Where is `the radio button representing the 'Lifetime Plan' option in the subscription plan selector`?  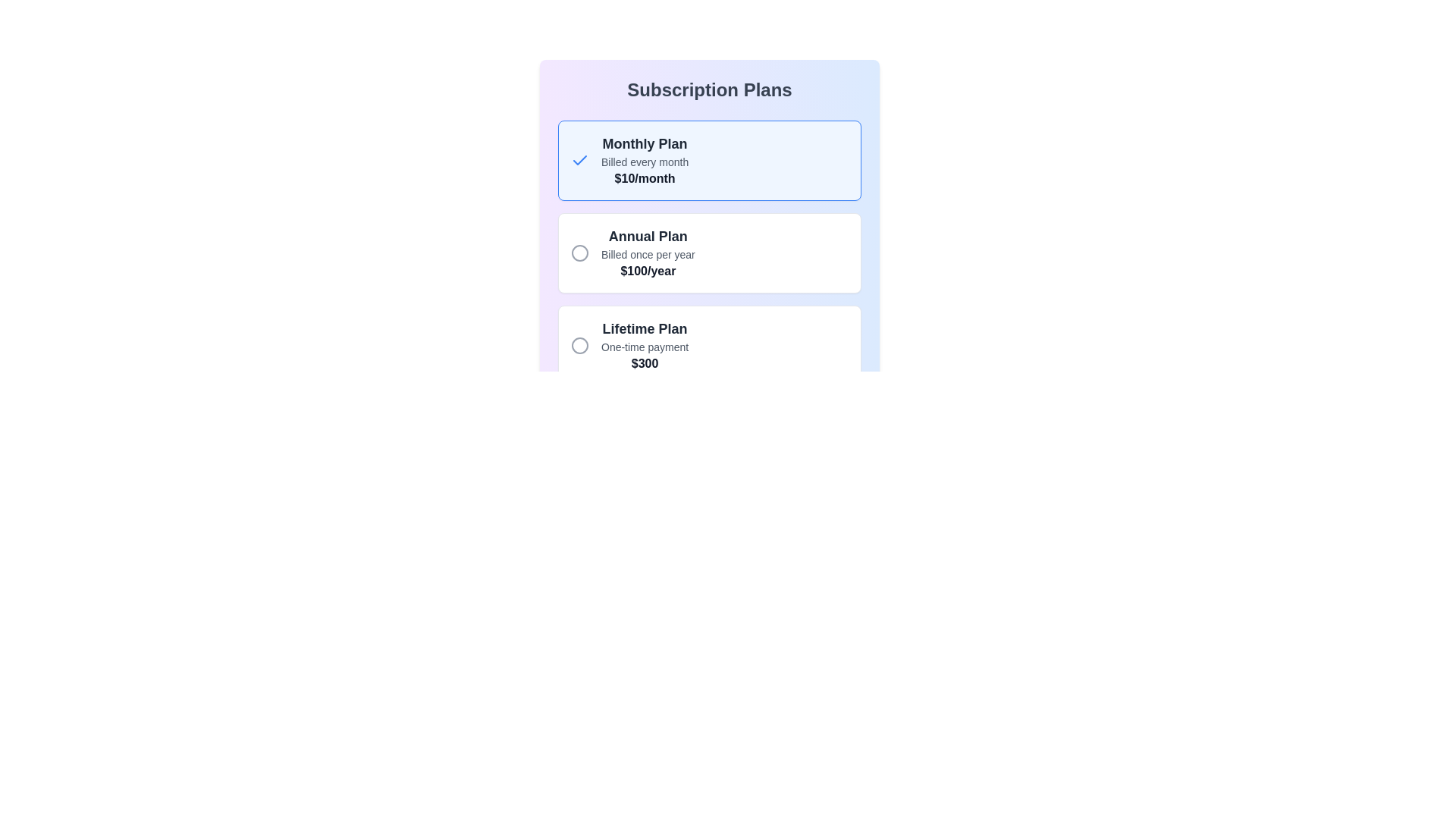
the radio button representing the 'Lifetime Plan' option in the subscription plan selector is located at coordinates (579, 345).